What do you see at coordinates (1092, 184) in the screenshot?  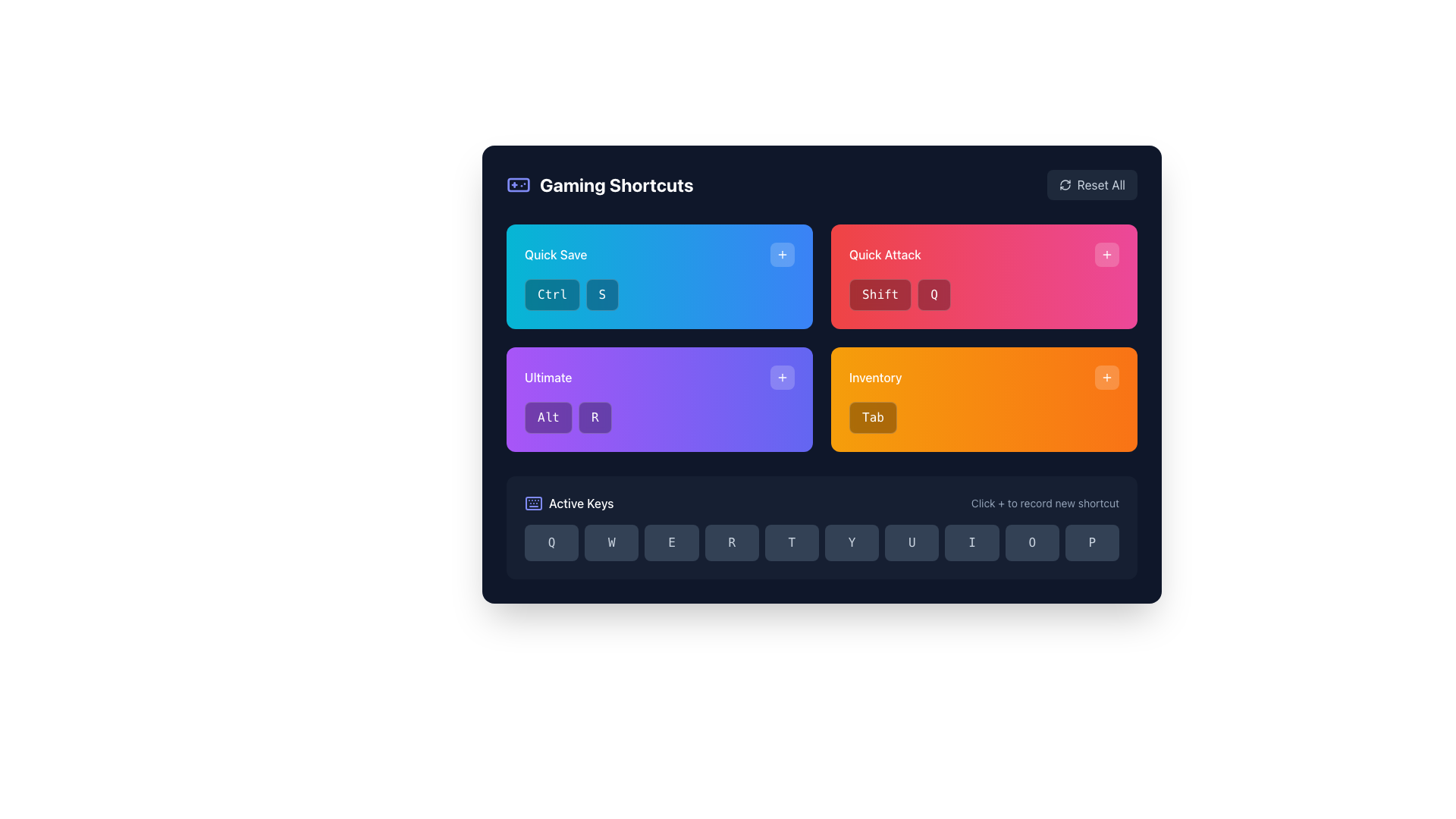 I see `the 'Reset All' button located in the top-right corner of the interface to reset the settings` at bounding box center [1092, 184].